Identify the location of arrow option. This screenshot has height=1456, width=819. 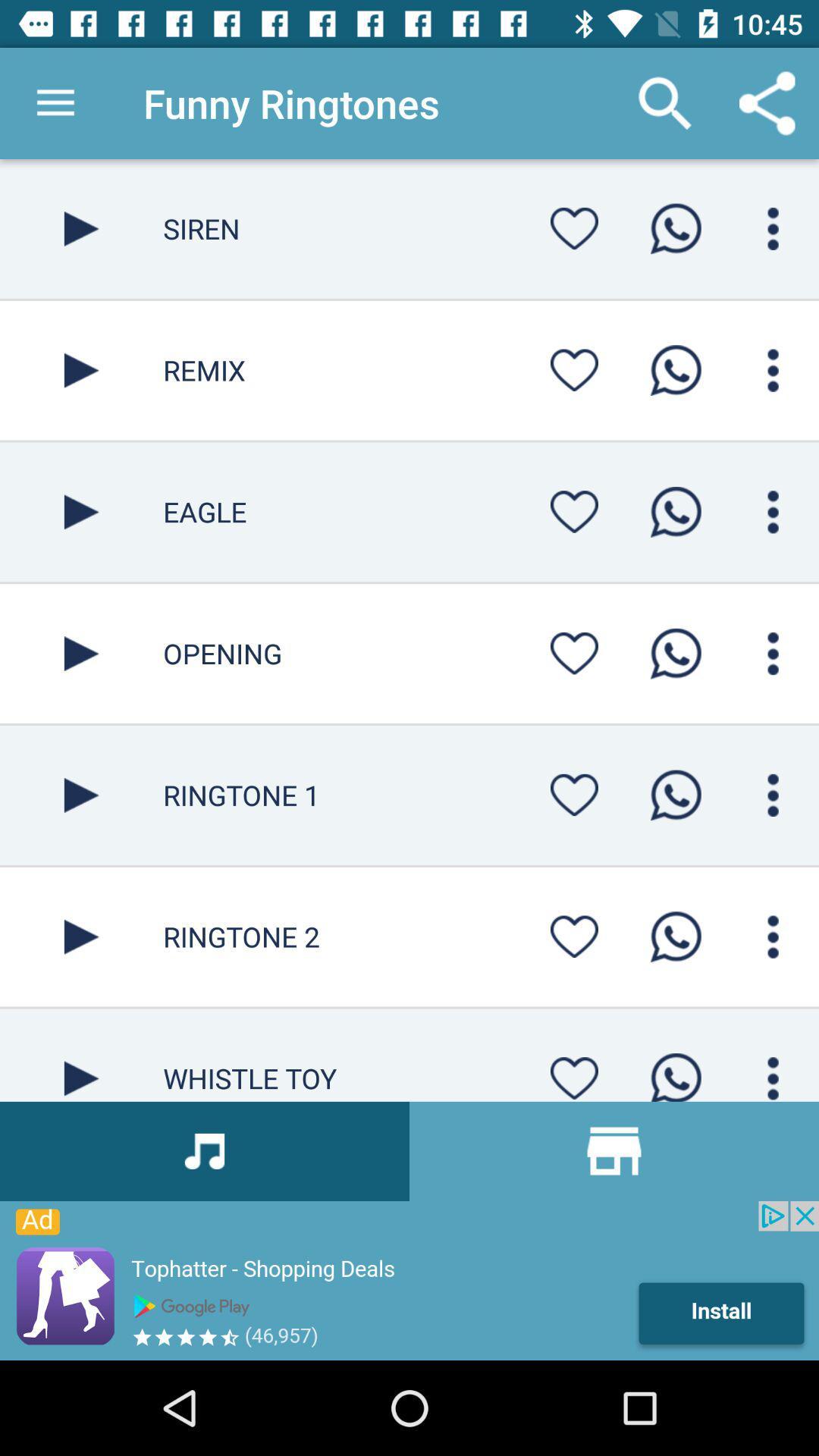
(81, 654).